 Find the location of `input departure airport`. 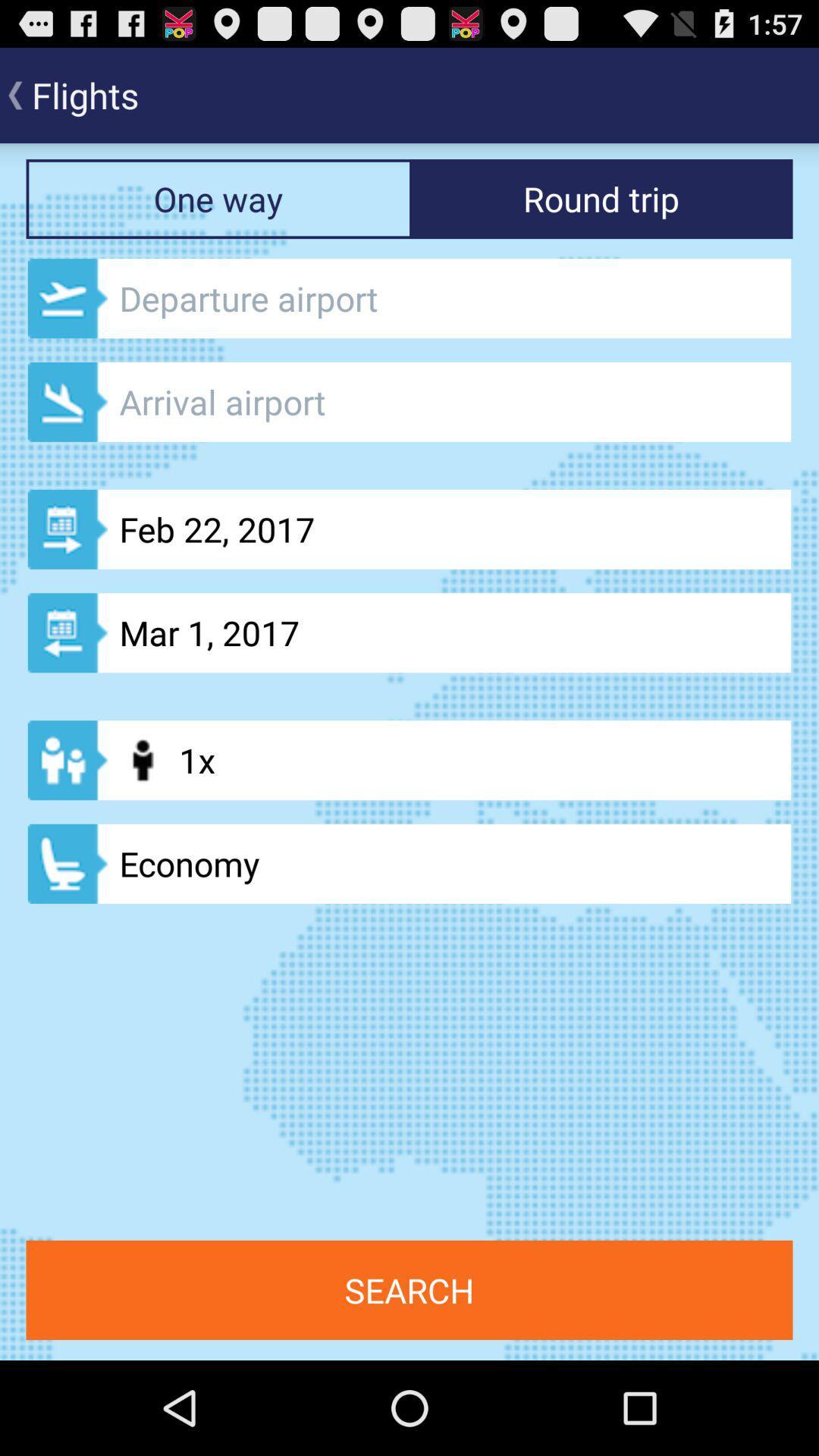

input departure airport is located at coordinates (409, 298).